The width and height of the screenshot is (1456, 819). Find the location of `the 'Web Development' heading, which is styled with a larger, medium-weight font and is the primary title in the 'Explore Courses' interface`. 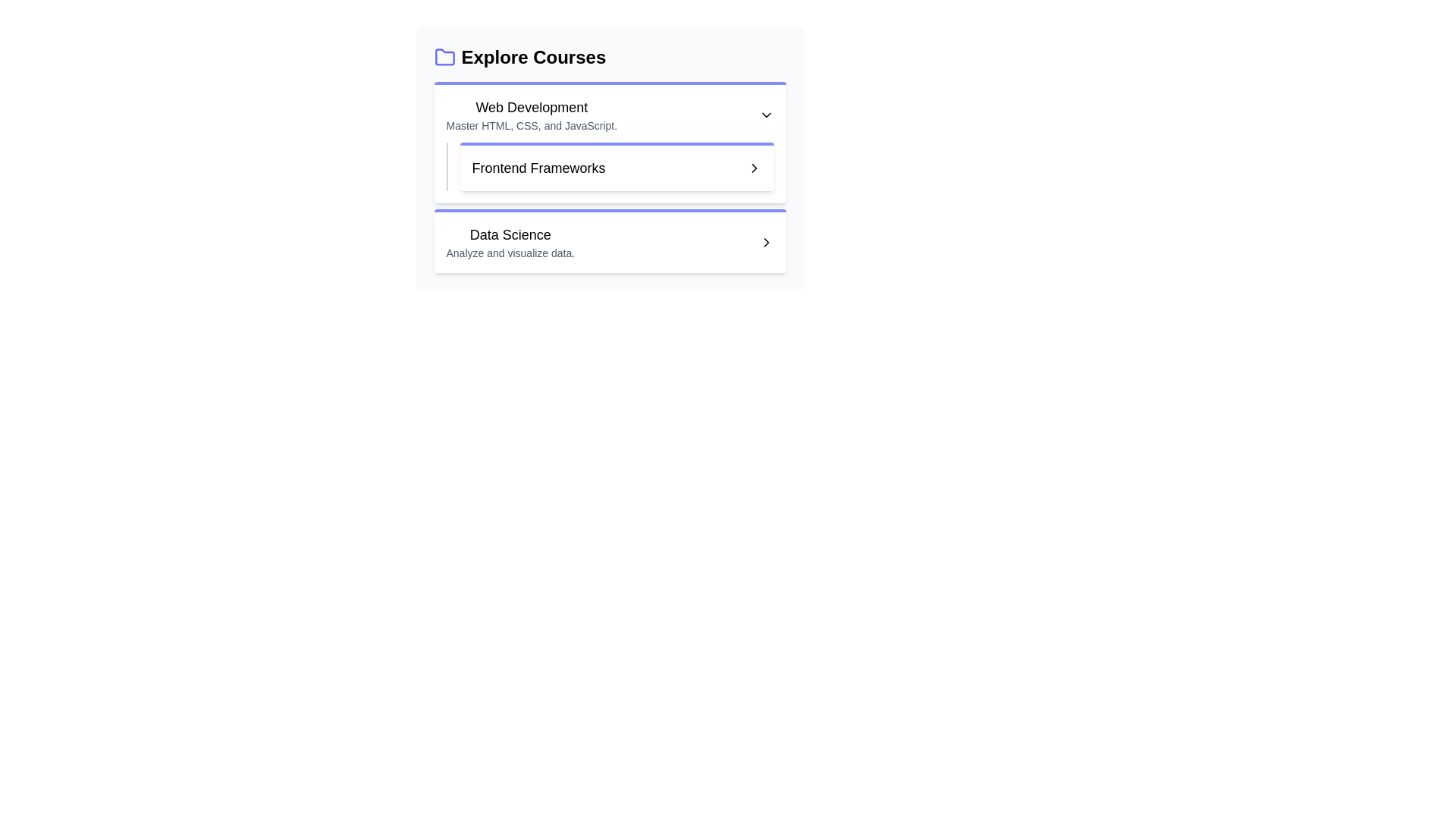

the 'Web Development' heading, which is styled with a larger, medium-weight font and is the primary title in the 'Explore Courses' interface is located at coordinates (532, 107).